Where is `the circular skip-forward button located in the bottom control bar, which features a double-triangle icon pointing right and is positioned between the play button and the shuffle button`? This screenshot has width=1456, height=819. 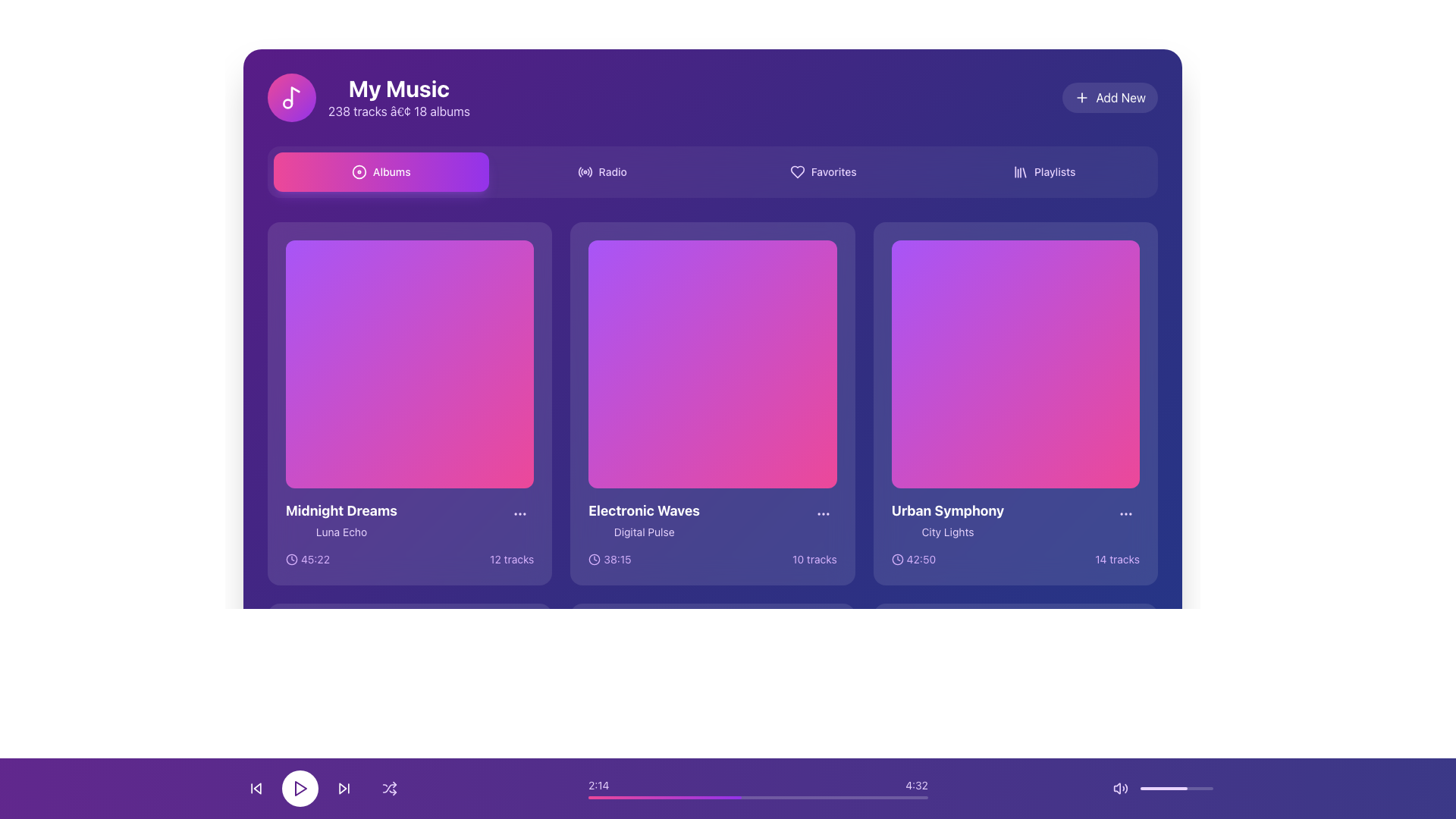 the circular skip-forward button located in the bottom control bar, which features a double-triangle icon pointing right and is positioned between the play button and the shuffle button is located at coordinates (344, 788).